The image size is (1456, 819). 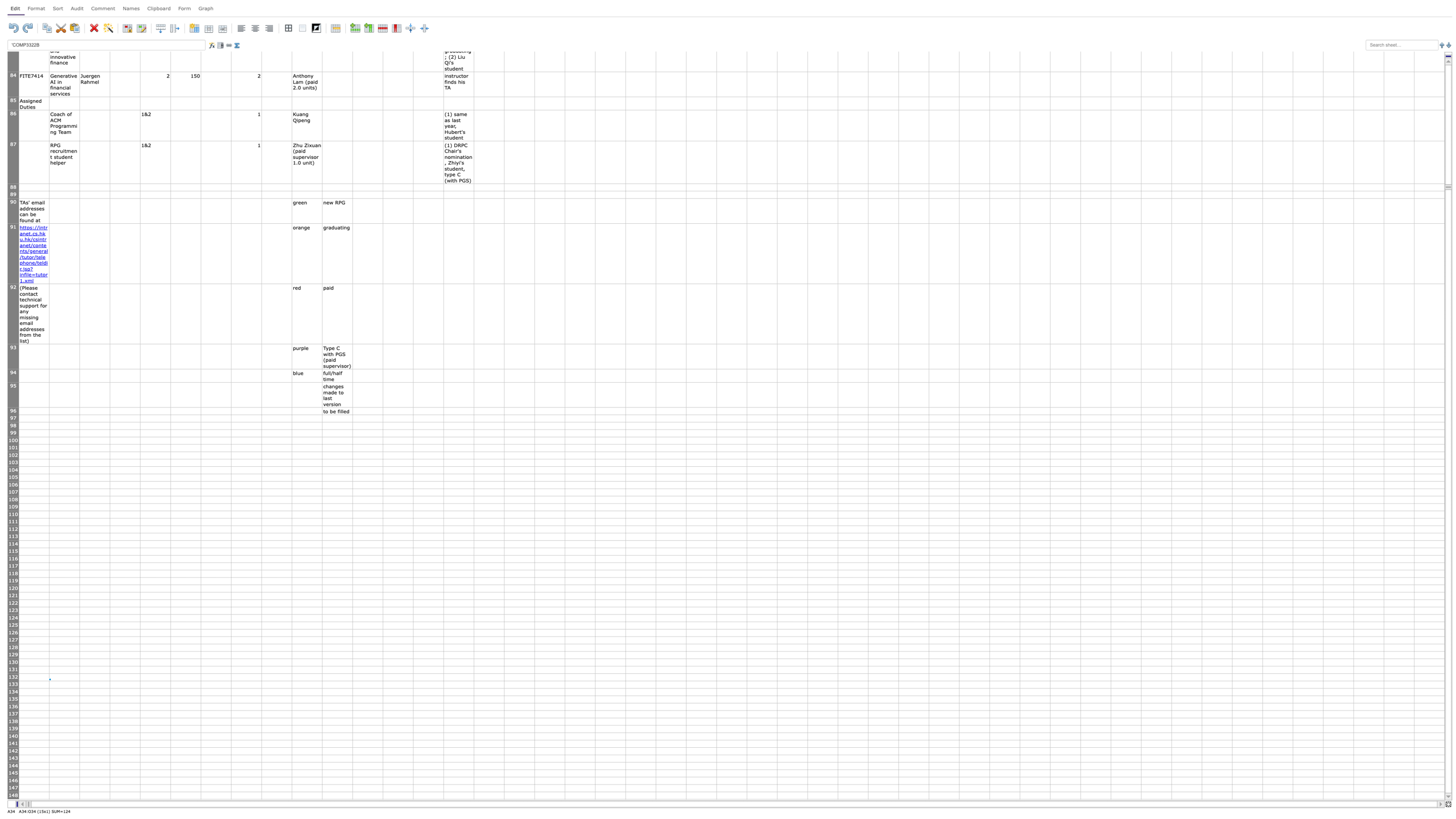 What do you see at coordinates (13, 688) in the screenshot?
I see `the resize handle of row 133` at bounding box center [13, 688].